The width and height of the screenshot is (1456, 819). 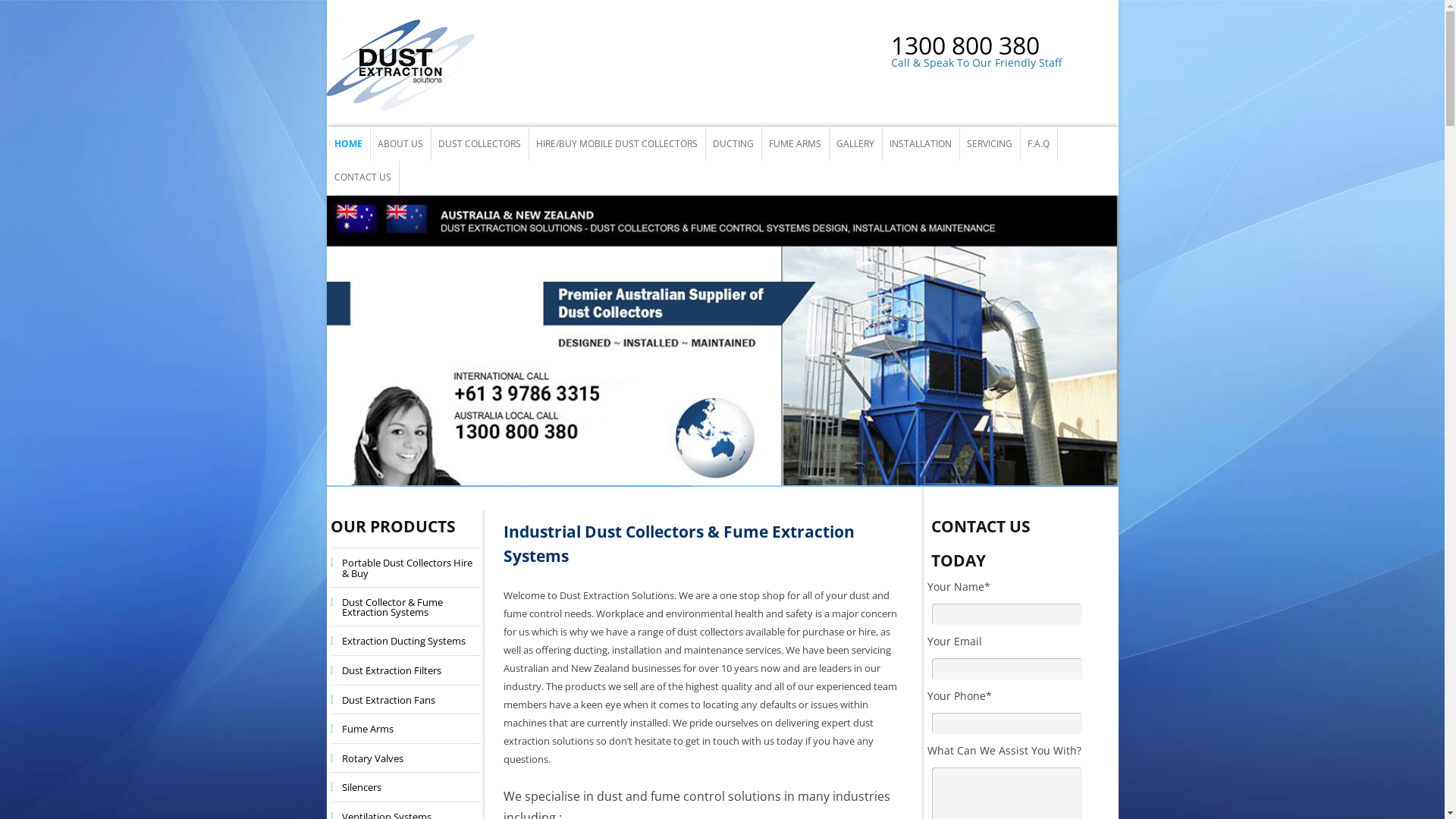 What do you see at coordinates (400, 143) in the screenshot?
I see `'ABOUT US'` at bounding box center [400, 143].